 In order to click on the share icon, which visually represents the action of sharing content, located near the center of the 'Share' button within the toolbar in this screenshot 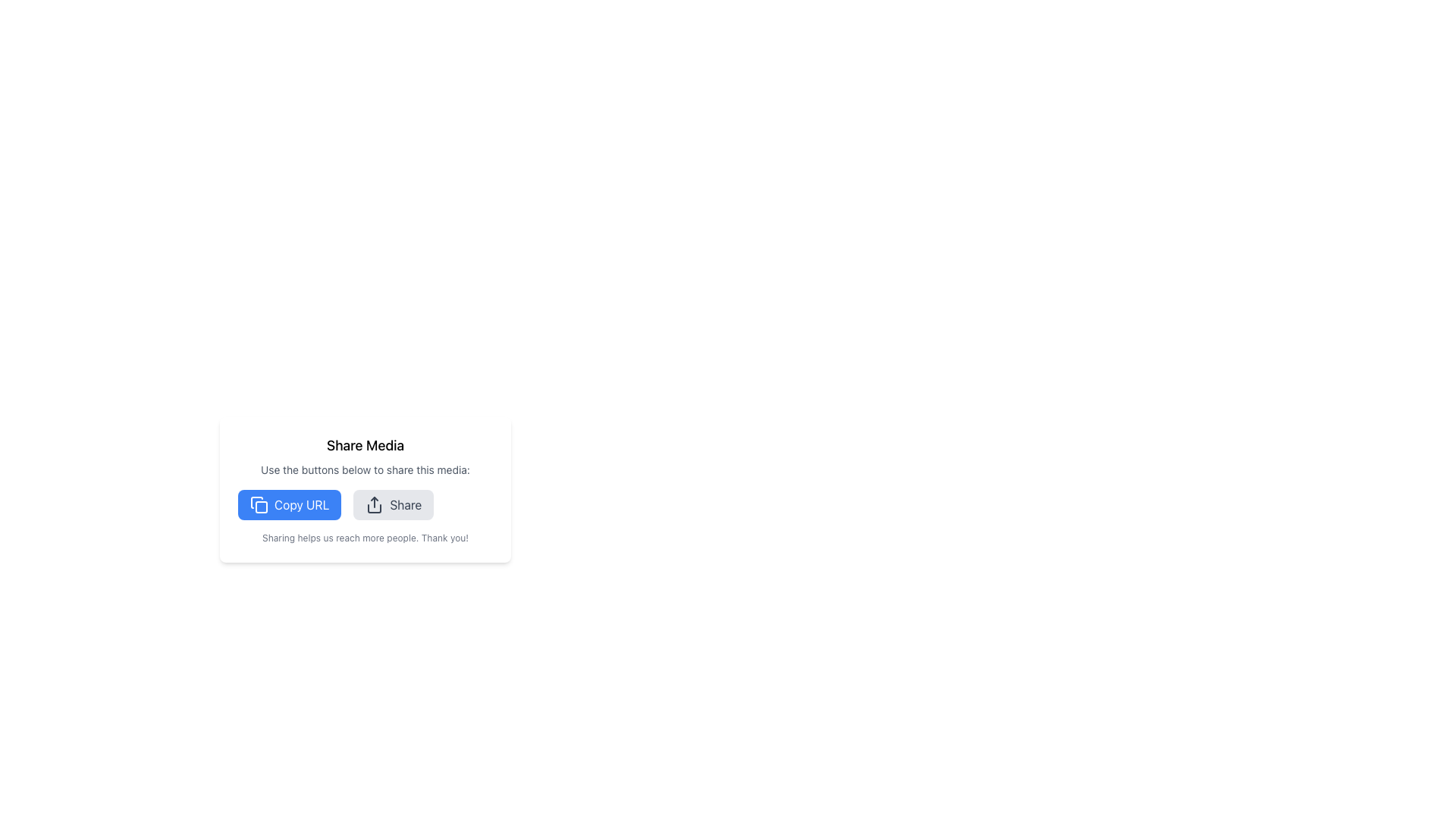, I will do `click(375, 505)`.